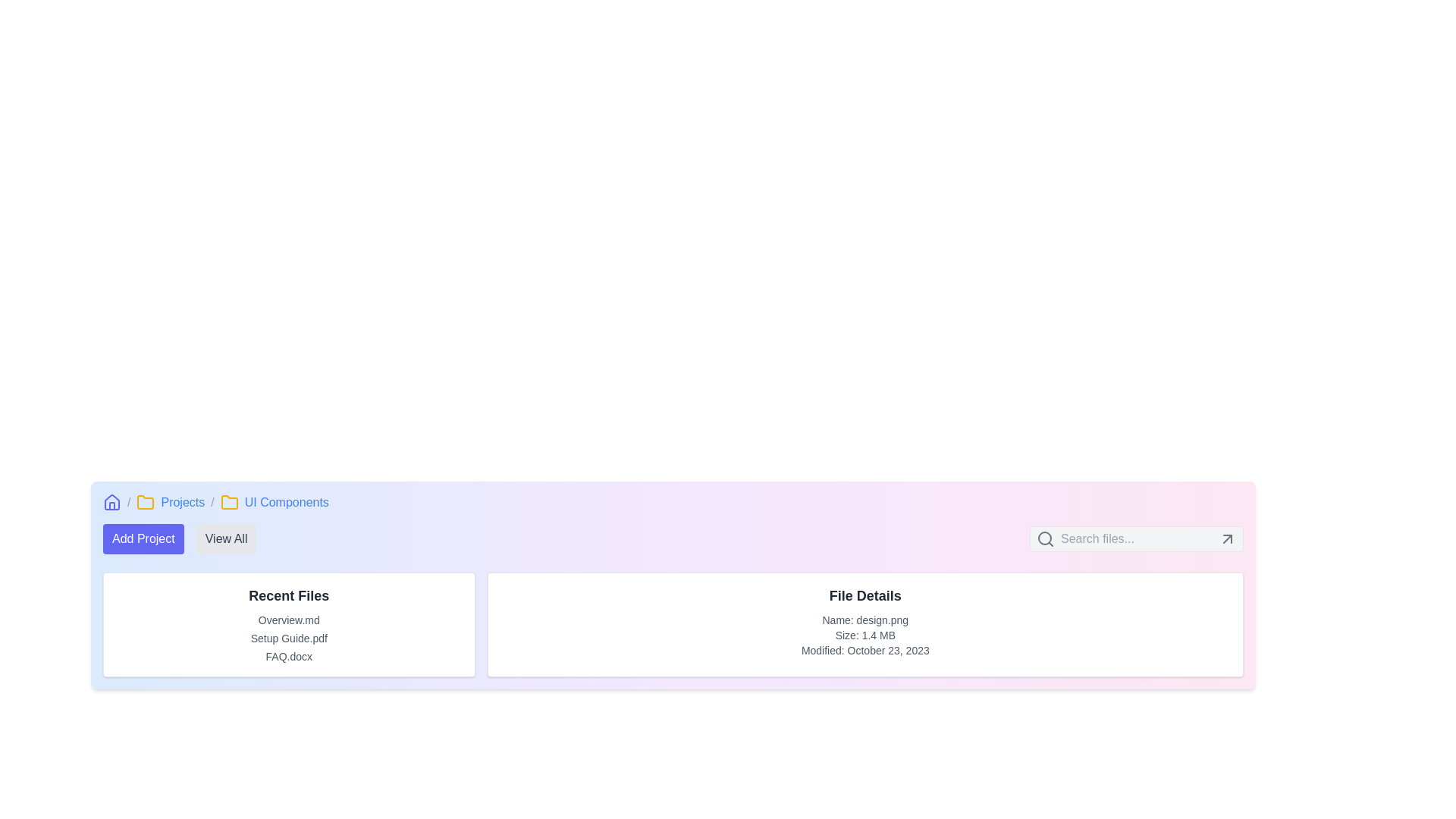 The height and width of the screenshot is (819, 1456). I want to click on any file name in the 'Recent Files' section, which displays links to 'Overview.md', 'Setup Guide.pdf', and 'FAQ.docx', so click(288, 625).